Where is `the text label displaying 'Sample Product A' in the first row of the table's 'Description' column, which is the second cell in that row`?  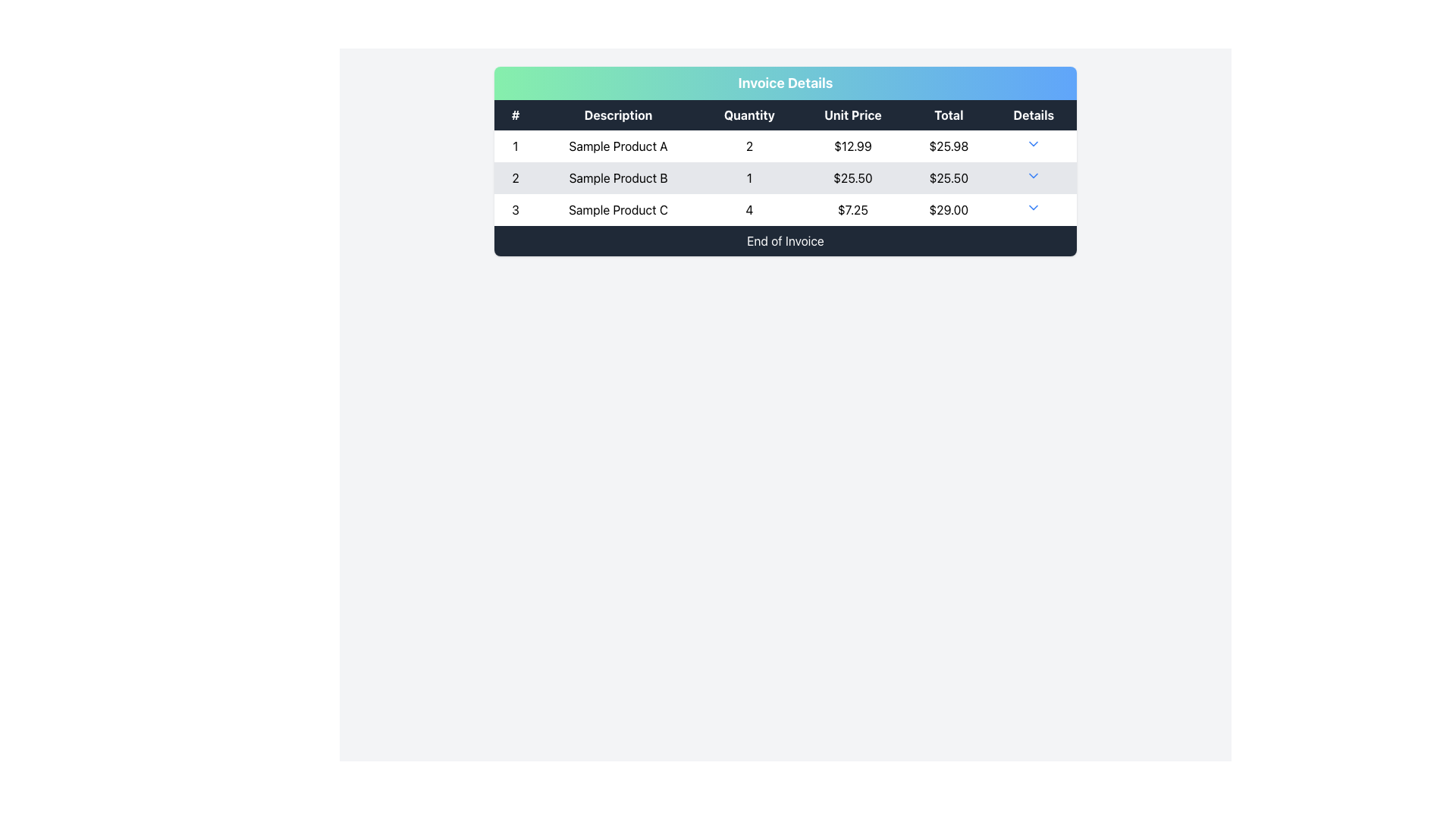
the text label displaying 'Sample Product A' in the first row of the table's 'Description' column, which is the second cell in that row is located at coordinates (618, 146).